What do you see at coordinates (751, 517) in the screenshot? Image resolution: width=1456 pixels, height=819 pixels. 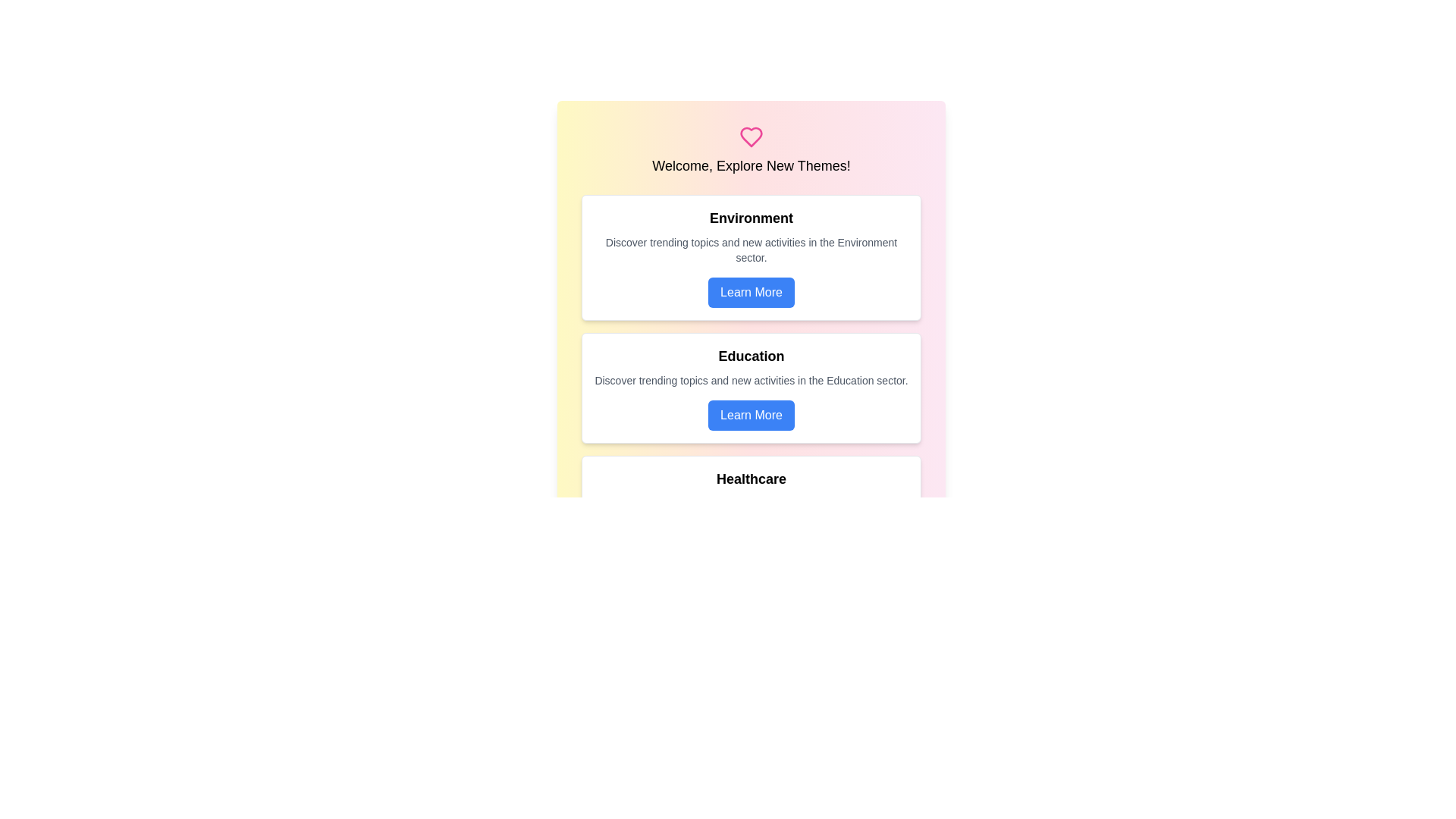 I see `the third Informational Card that presents information on trending topics in the Healthcare sector` at bounding box center [751, 517].